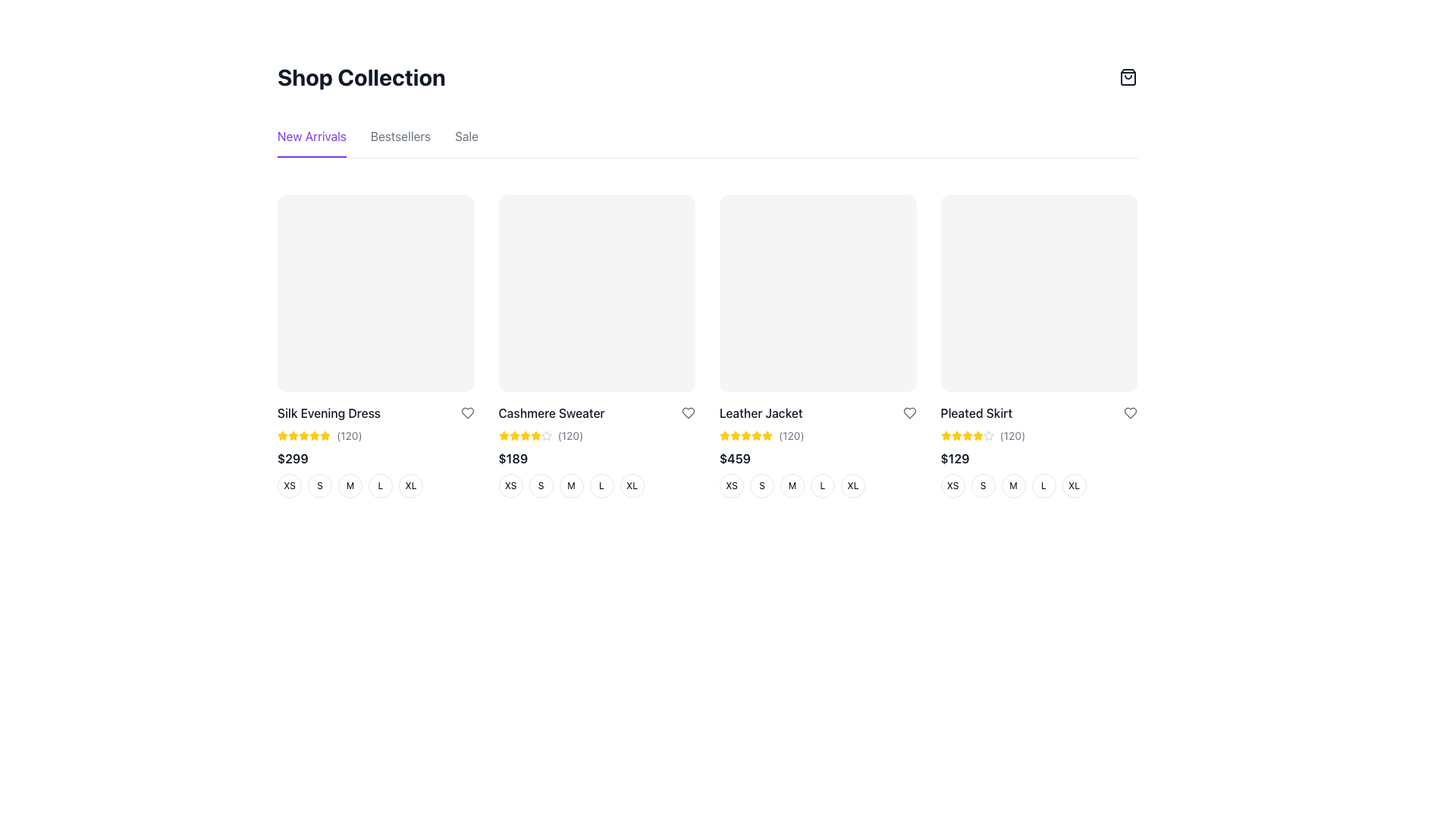 The width and height of the screenshot is (1456, 819). Describe the element at coordinates (375, 485) in the screenshot. I see `the 'L' size button for the 'Silk Evening Dress'` at that location.